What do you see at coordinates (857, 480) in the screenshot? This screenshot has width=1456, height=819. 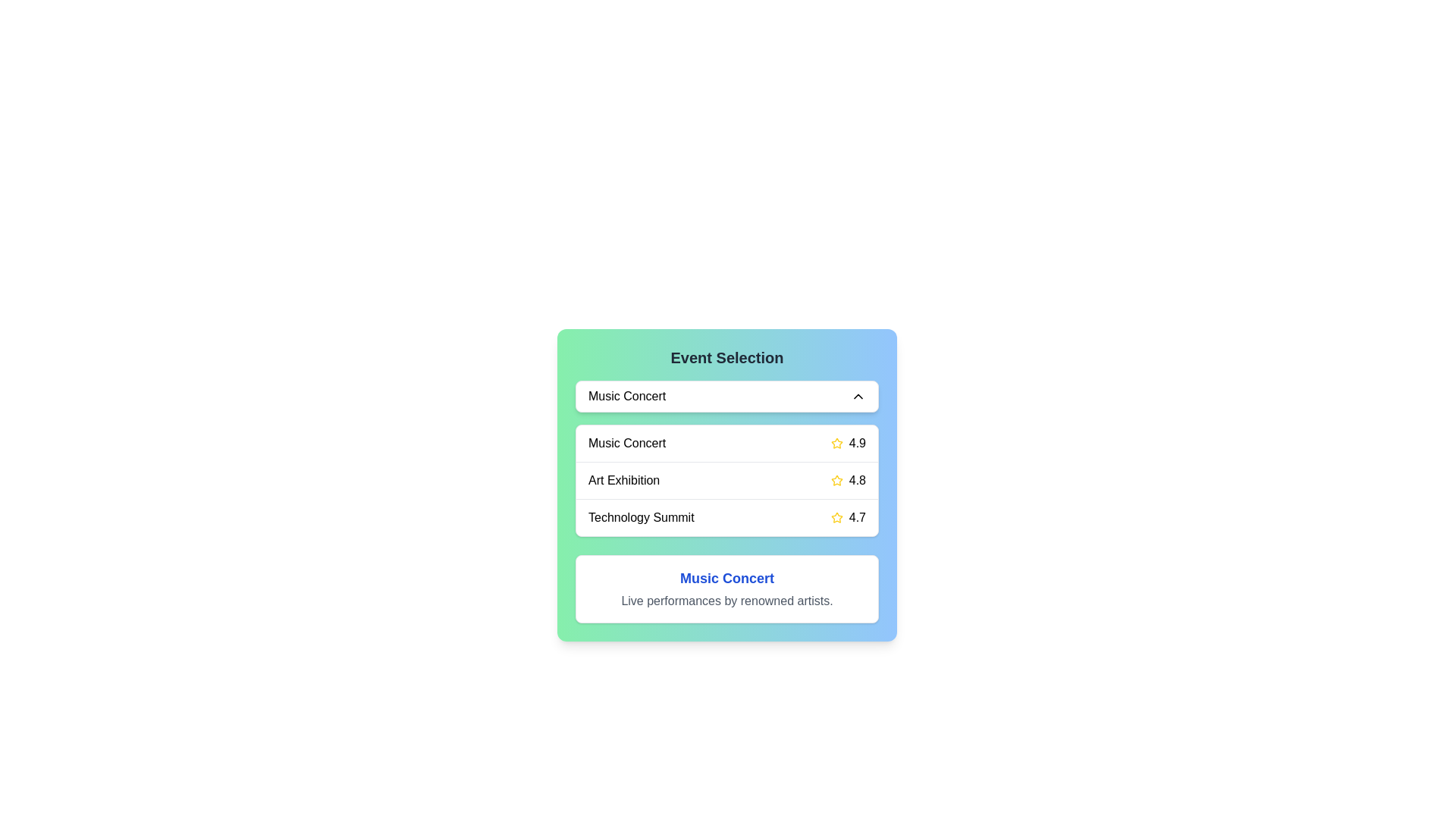 I see `the static text displaying '4.8' that represents the rating for the 'Art Exhibition' entry, located to the right of the star icon` at bounding box center [857, 480].